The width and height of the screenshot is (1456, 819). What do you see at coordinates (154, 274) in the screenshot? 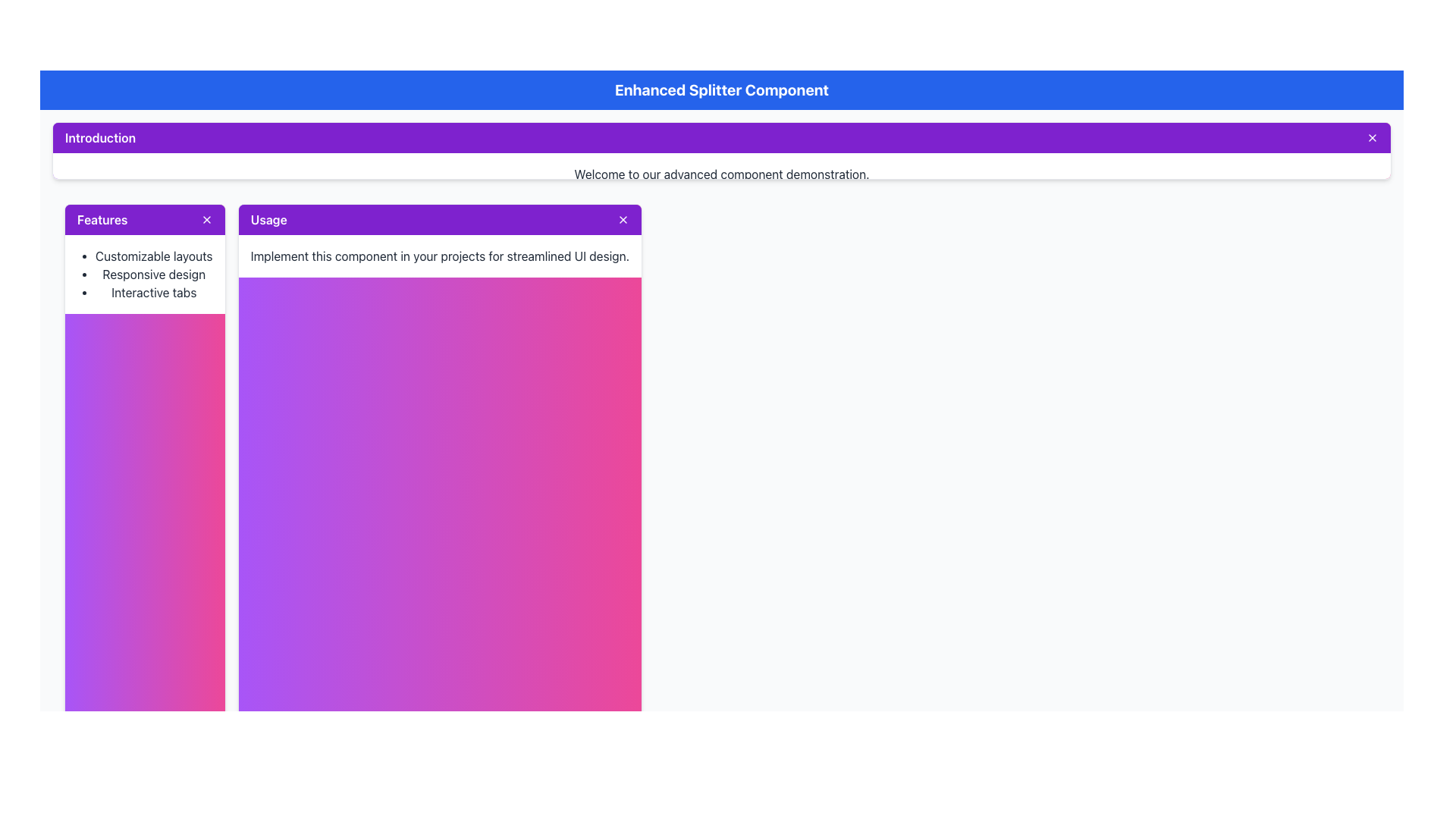
I see `informational text label, which is the second item in a vertical list of features located in the leftmost pane of the application layout` at bounding box center [154, 274].